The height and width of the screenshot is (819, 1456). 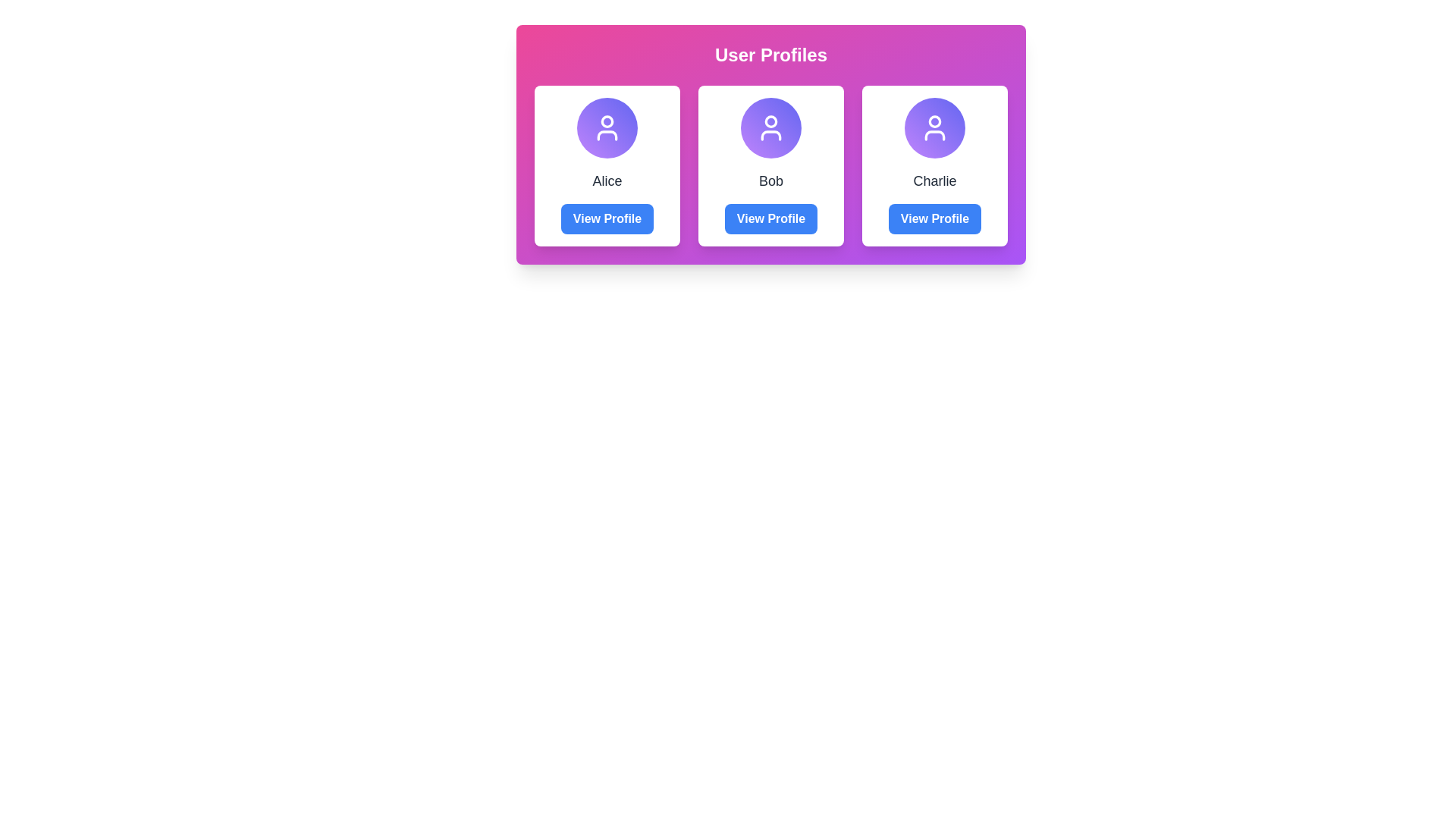 What do you see at coordinates (771, 127) in the screenshot?
I see `the circular user avatar featuring a gradient background and a white user icon, which is positioned at the top of the user profile card` at bounding box center [771, 127].